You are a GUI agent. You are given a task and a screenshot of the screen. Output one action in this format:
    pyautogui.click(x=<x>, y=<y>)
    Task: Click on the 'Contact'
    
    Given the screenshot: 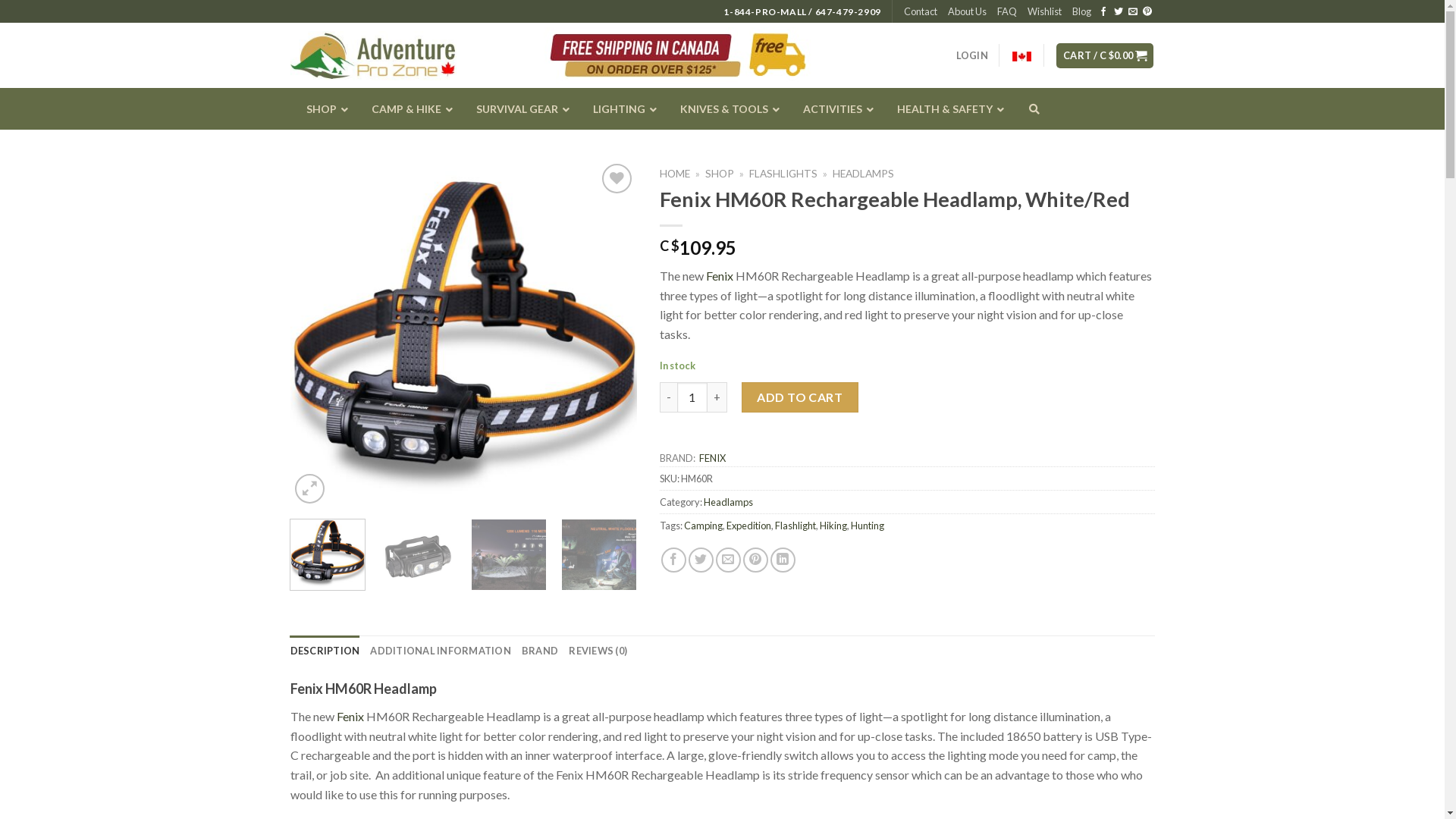 What is the action you would take?
    pyautogui.click(x=920, y=11)
    